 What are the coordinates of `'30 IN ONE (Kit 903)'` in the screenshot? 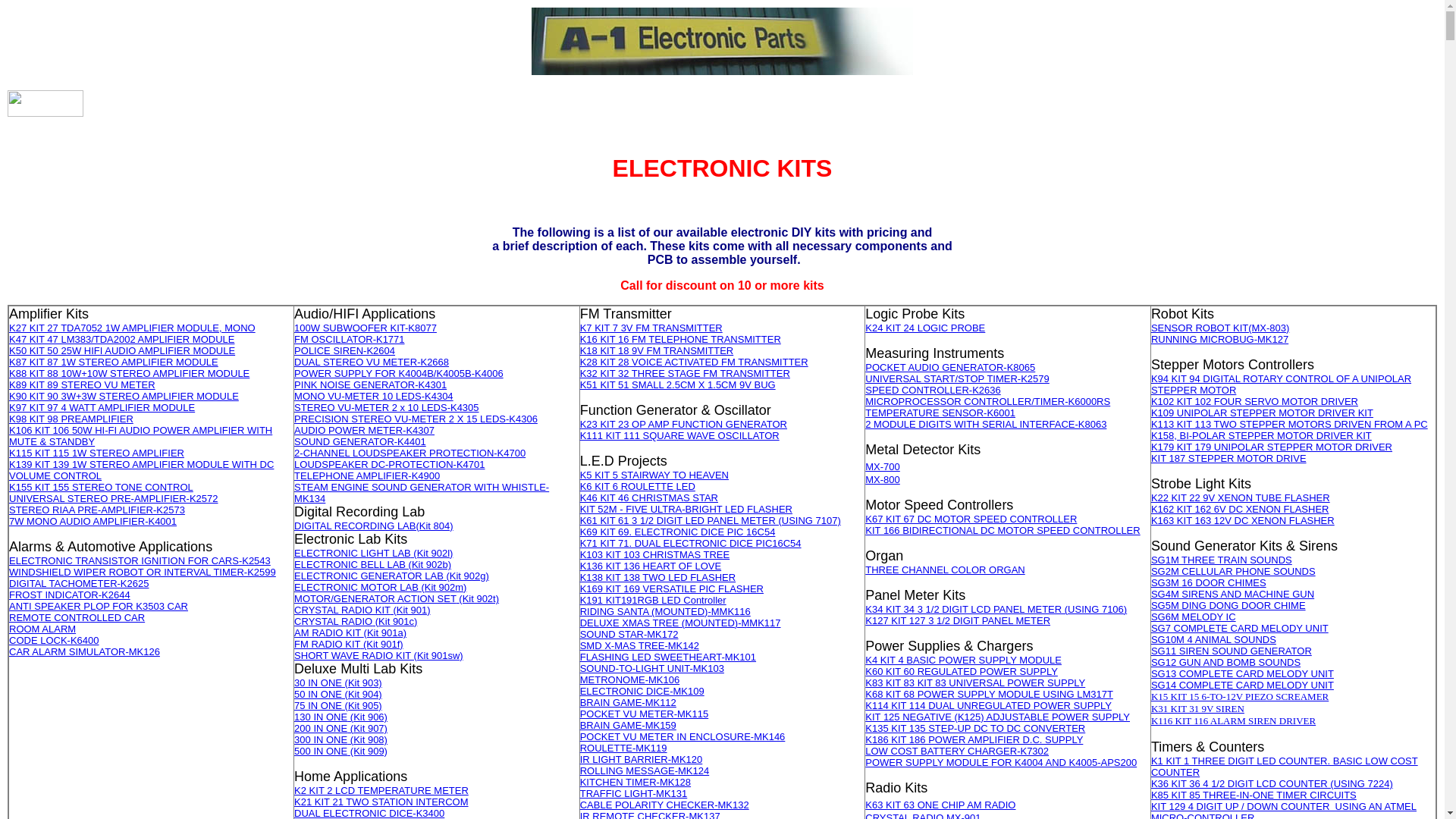 It's located at (337, 682).